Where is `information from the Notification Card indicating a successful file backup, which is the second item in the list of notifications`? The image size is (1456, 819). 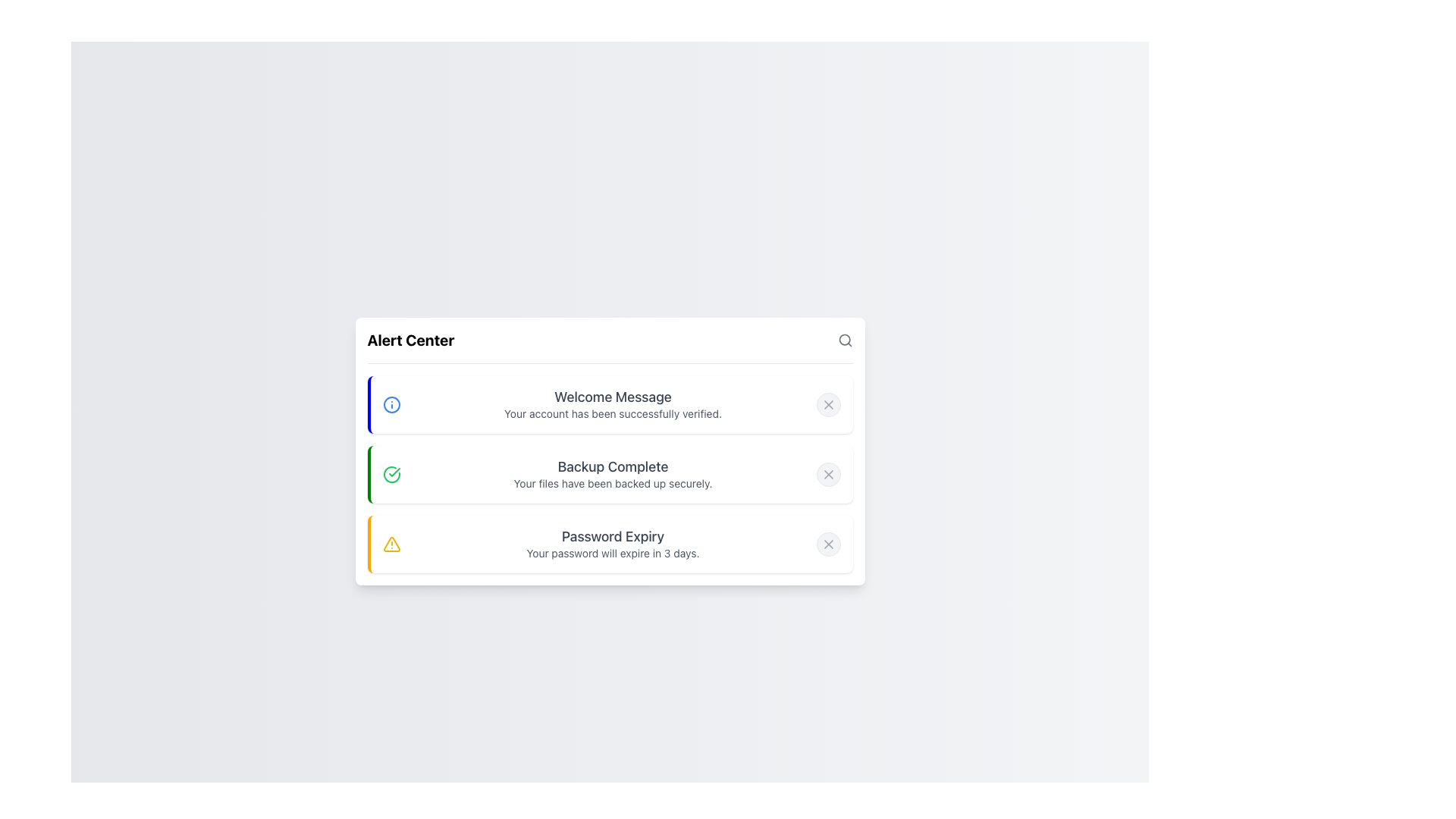
information from the Notification Card indicating a successful file backup, which is the second item in the list of notifications is located at coordinates (610, 450).